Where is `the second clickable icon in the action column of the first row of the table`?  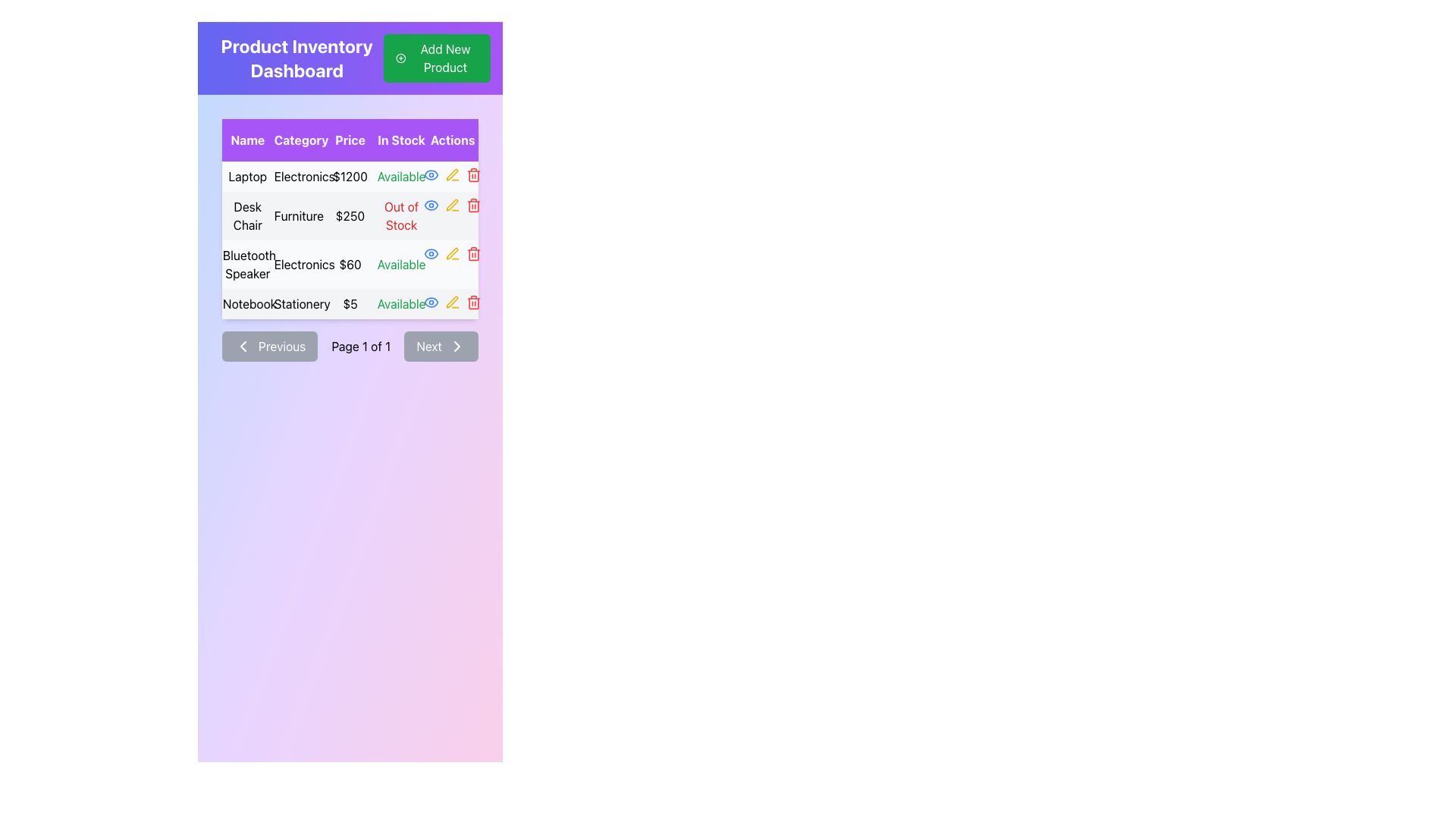 the second clickable icon in the action column of the first row of the table is located at coordinates (452, 174).